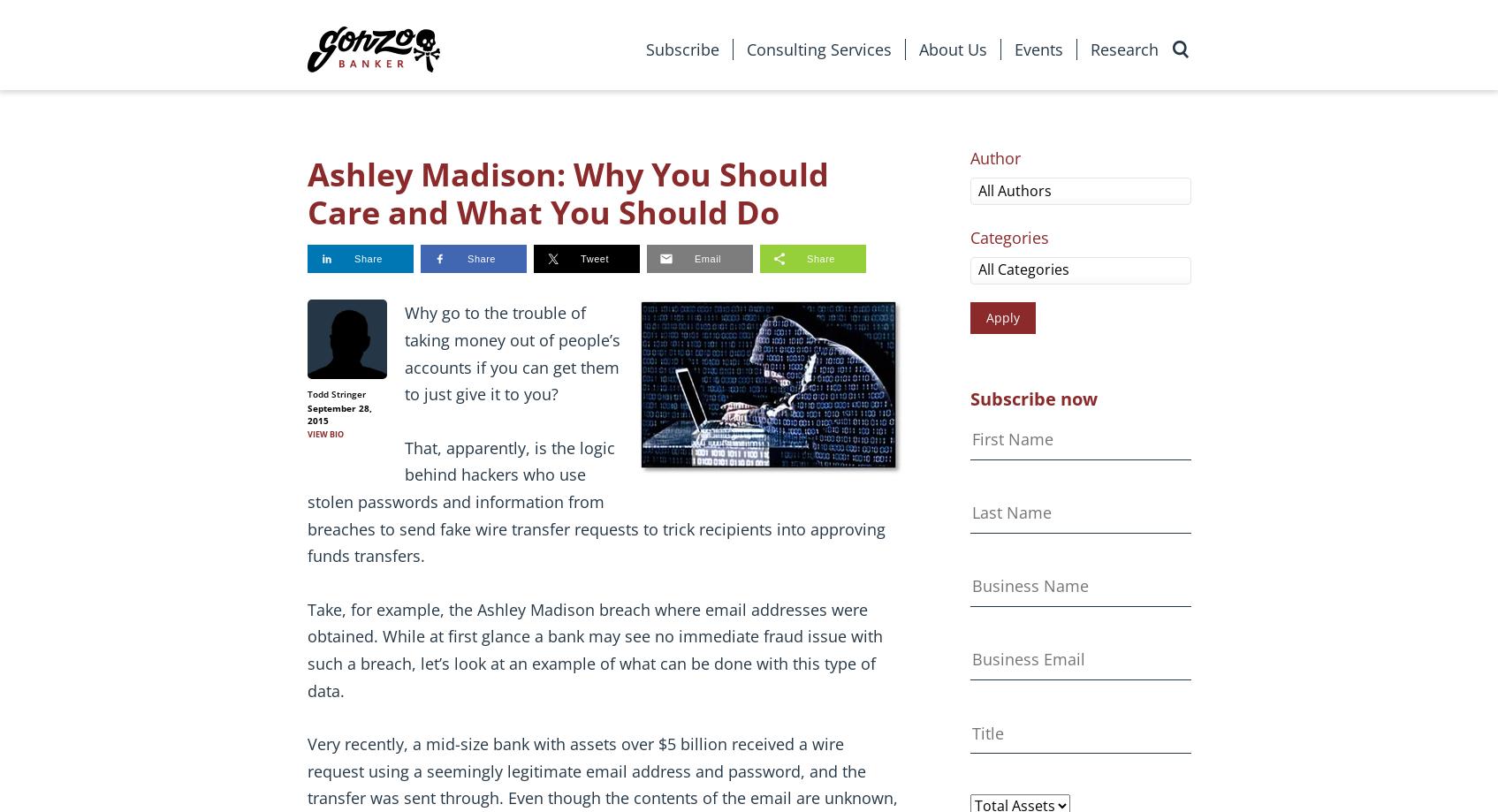 The height and width of the screenshot is (812, 1498). What do you see at coordinates (338, 413) in the screenshot?
I see `'September 28, 2015'` at bounding box center [338, 413].